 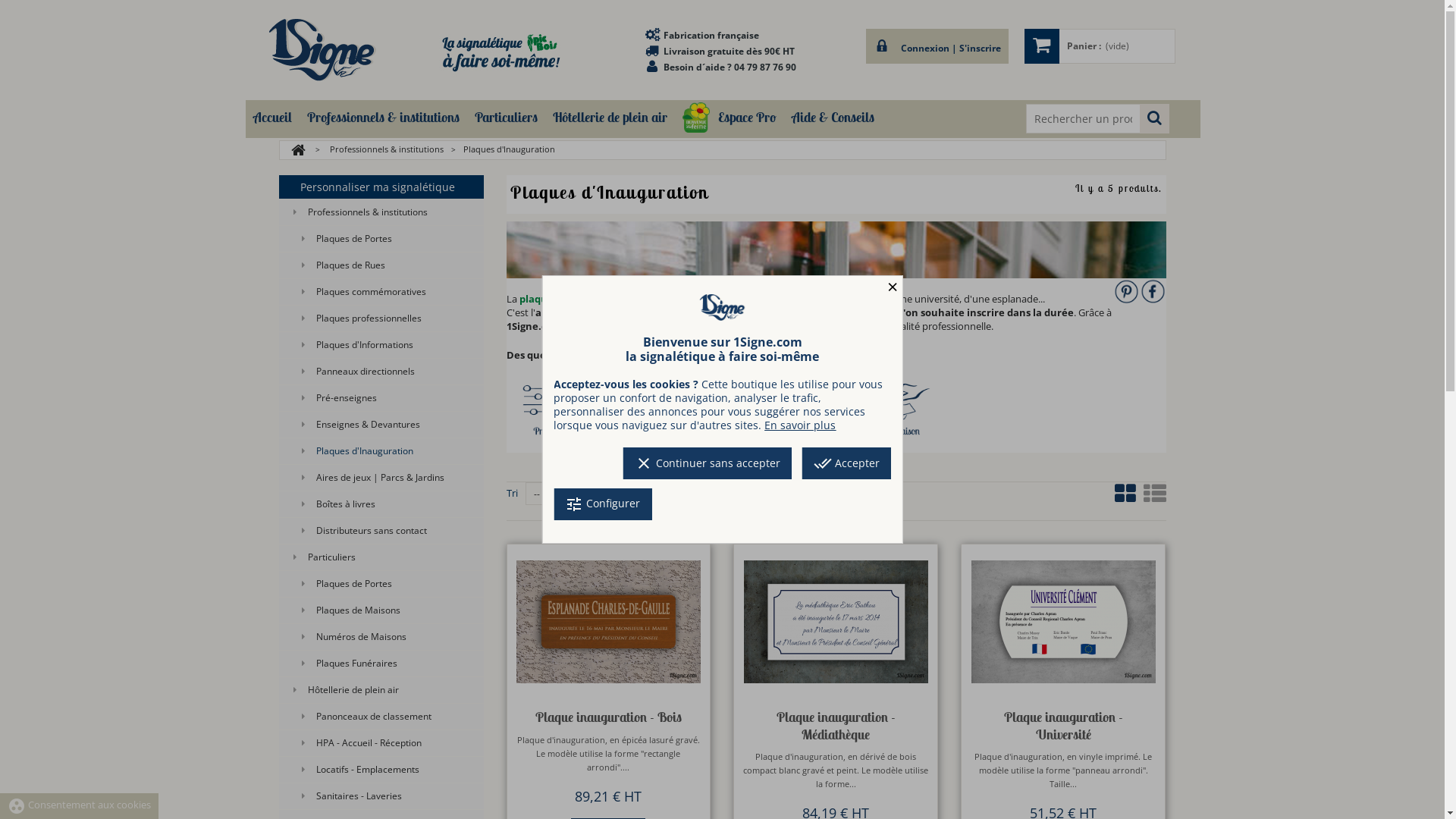 I want to click on 'Panier :, so click(x=1100, y=45).